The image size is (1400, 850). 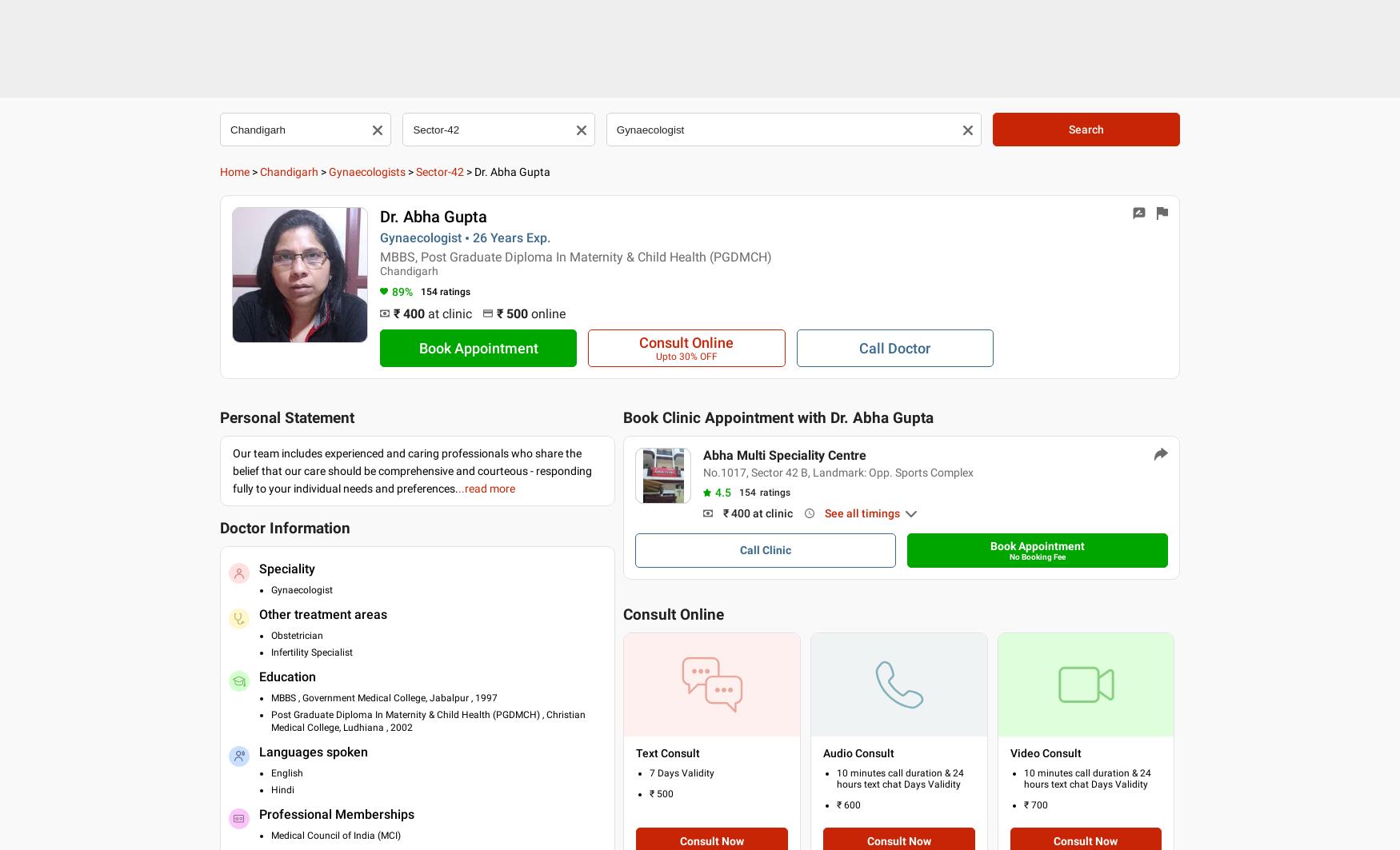 What do you see at coordinates (759, 662) in the screenshot?
I see `'female • 28 Year Old • Aug 28, 2019 • Delhi'` at bounding box center [759, 662].